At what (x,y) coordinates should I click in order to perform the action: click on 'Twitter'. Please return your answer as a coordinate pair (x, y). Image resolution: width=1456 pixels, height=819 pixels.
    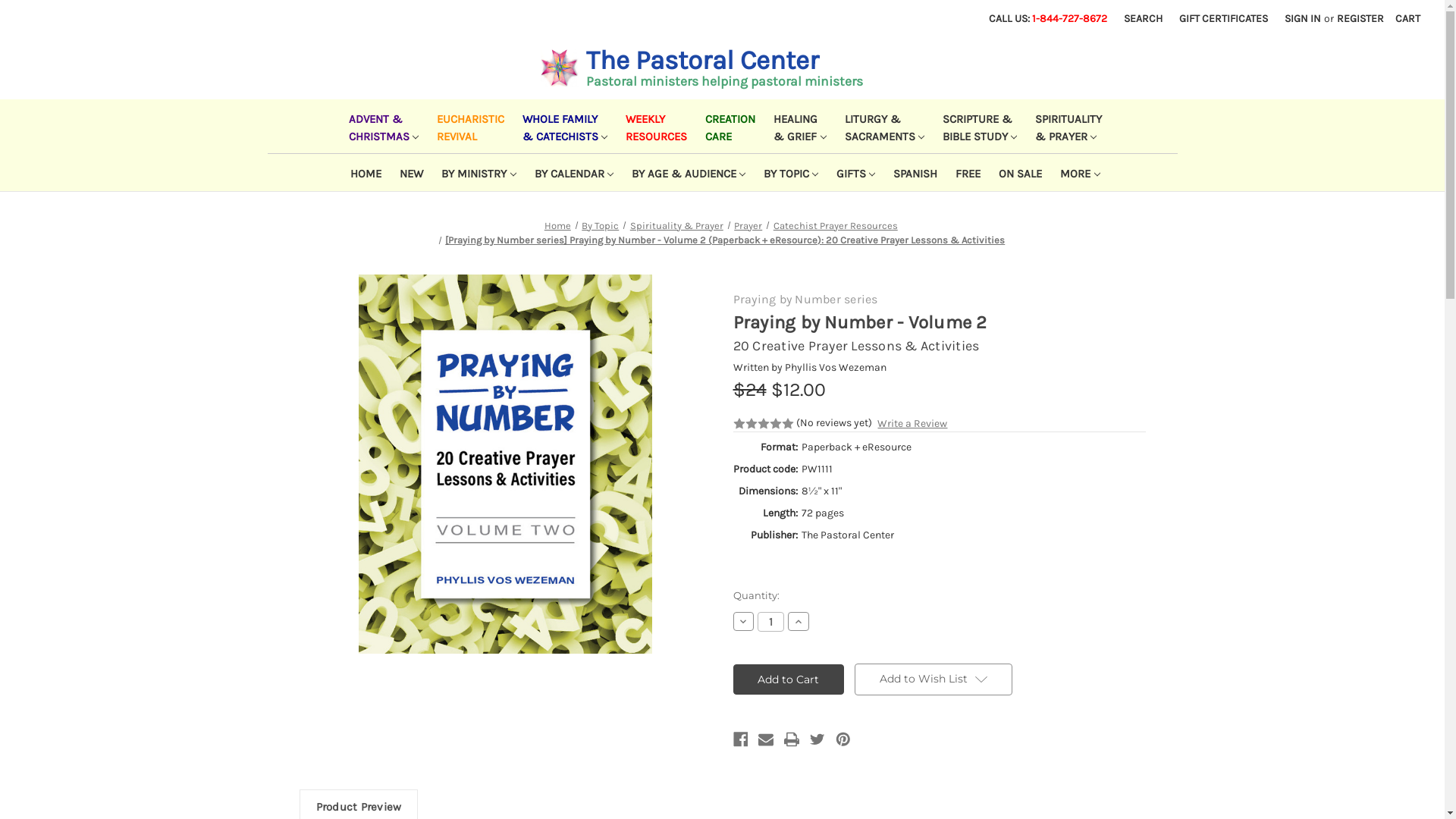
    Looking at the image, I should click on (817, 739).